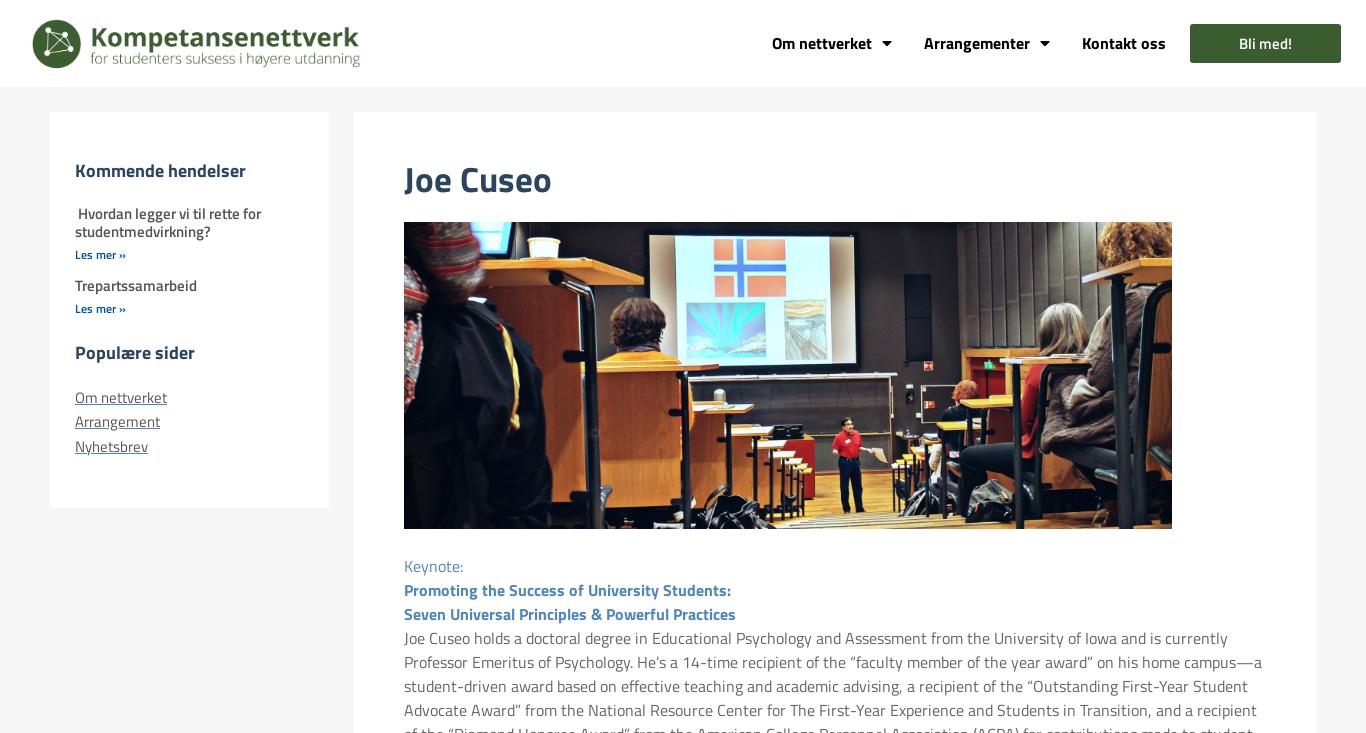 Image resolution: width=1366 pixels, height=733 pixels. What do you see at coordinates (74, 221) in the screenshot?
I see `'Hvordan legger vi til rette for studentmedvirkning?'` at bounding box center [74, 221].